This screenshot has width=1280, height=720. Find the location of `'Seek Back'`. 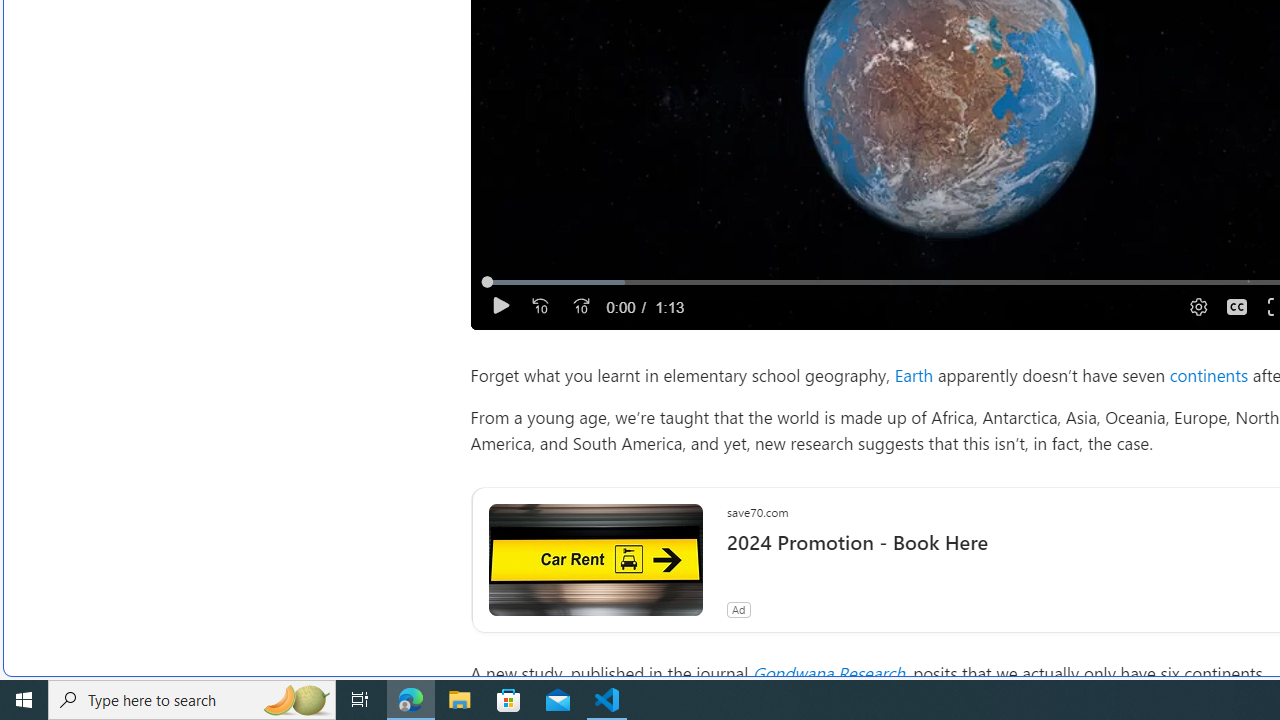

'Seek Back' is located at coordinates (540, 306).